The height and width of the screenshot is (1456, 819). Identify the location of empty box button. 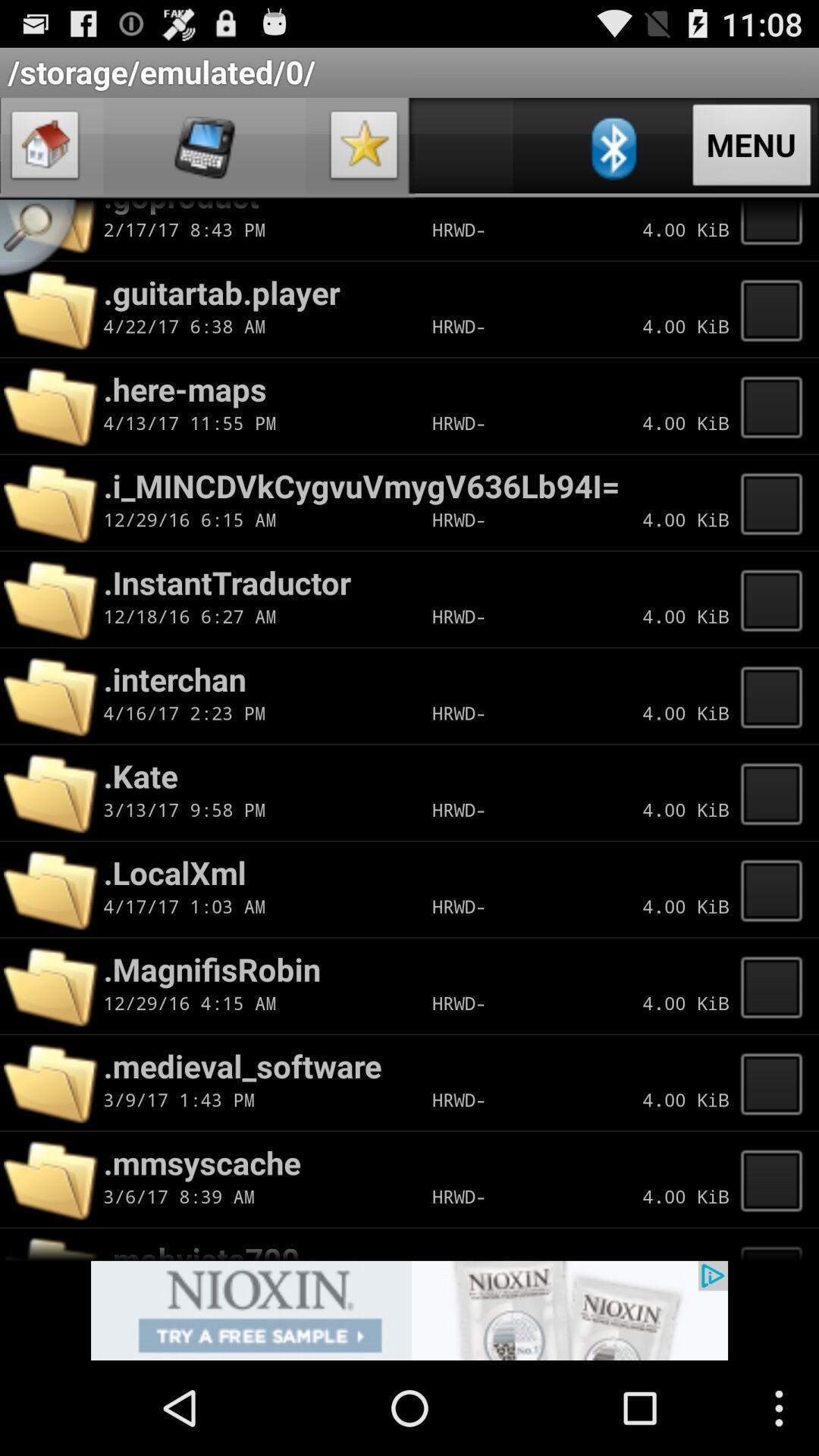
(776, 229).